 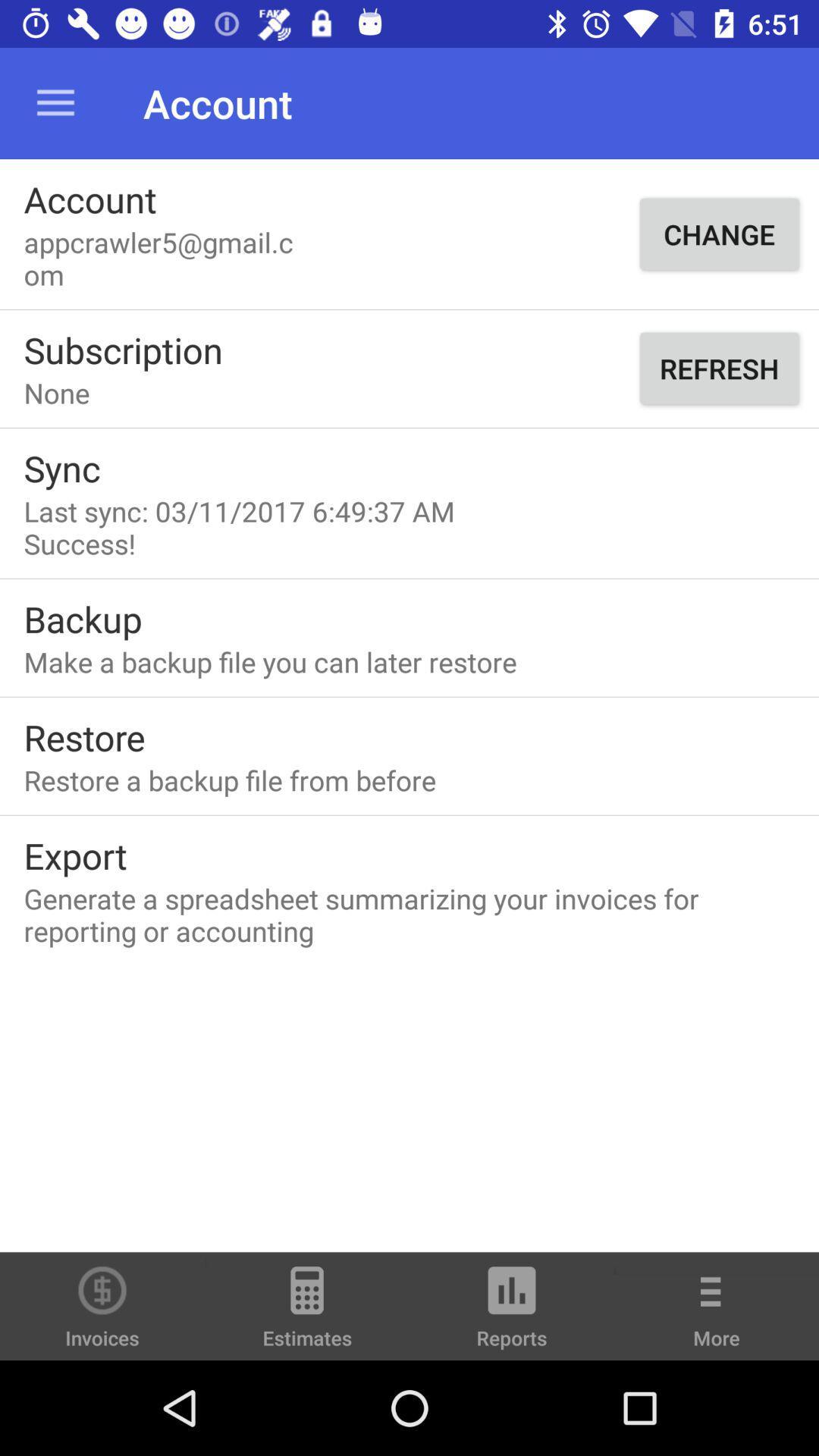 What do you see at coordinates (717, 1316) in the screenshot?
I see `more icon` at bounding box center [717, 1316].